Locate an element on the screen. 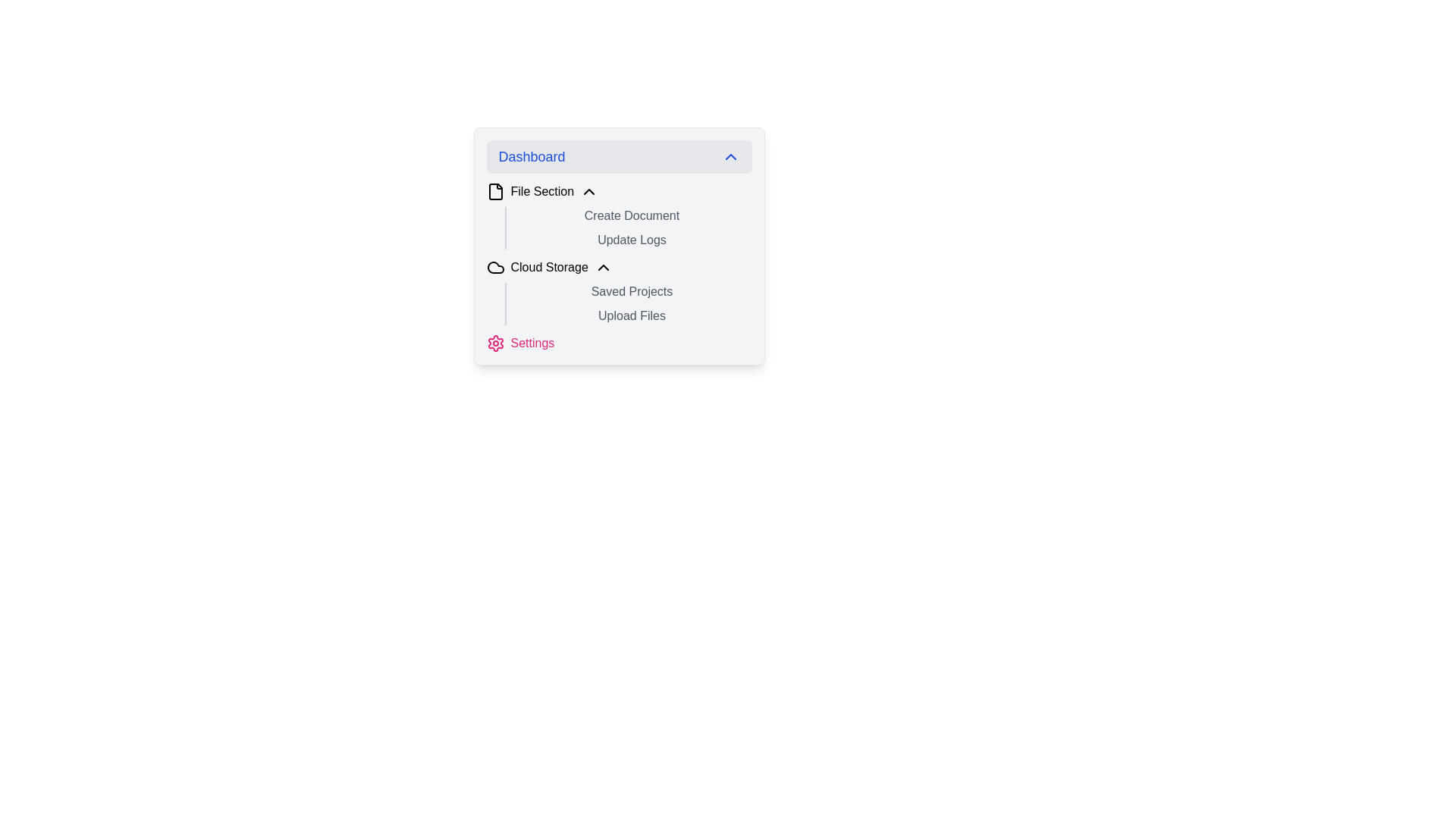  the 'Update Logs' text link, which is the second item in the vertical list under the 'File Section' heading, styled in gray and changing to black on hover is located at coordinates (629, 239).